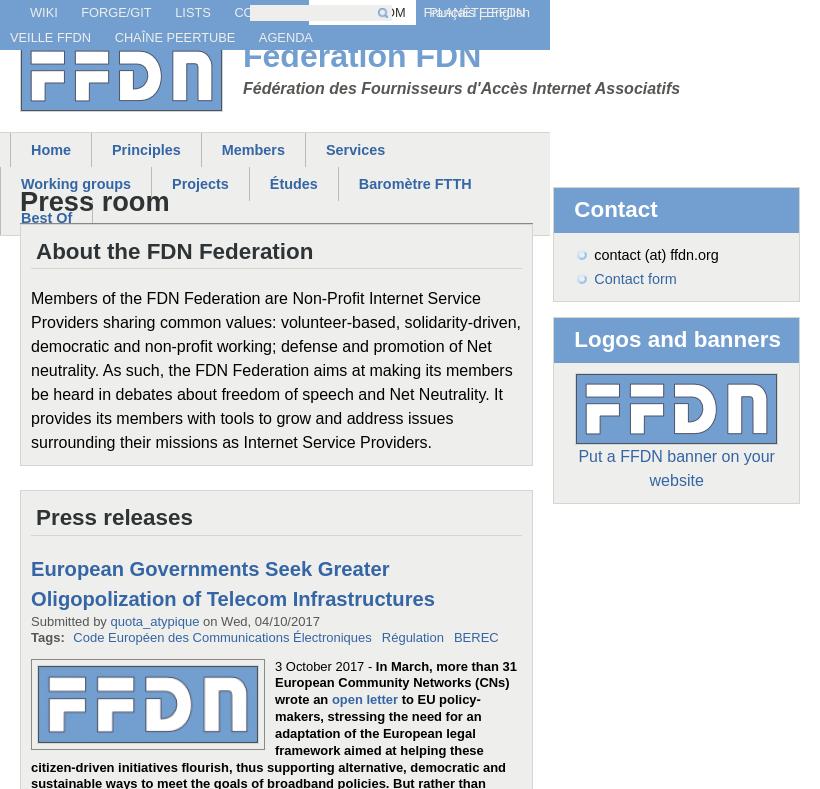 The height and width of the screenshot is (789, 820). What do you see at coordinates (34, 250) in the screenshot?
I see `'About the FDN Federation'` at bounding box center [34, 250].